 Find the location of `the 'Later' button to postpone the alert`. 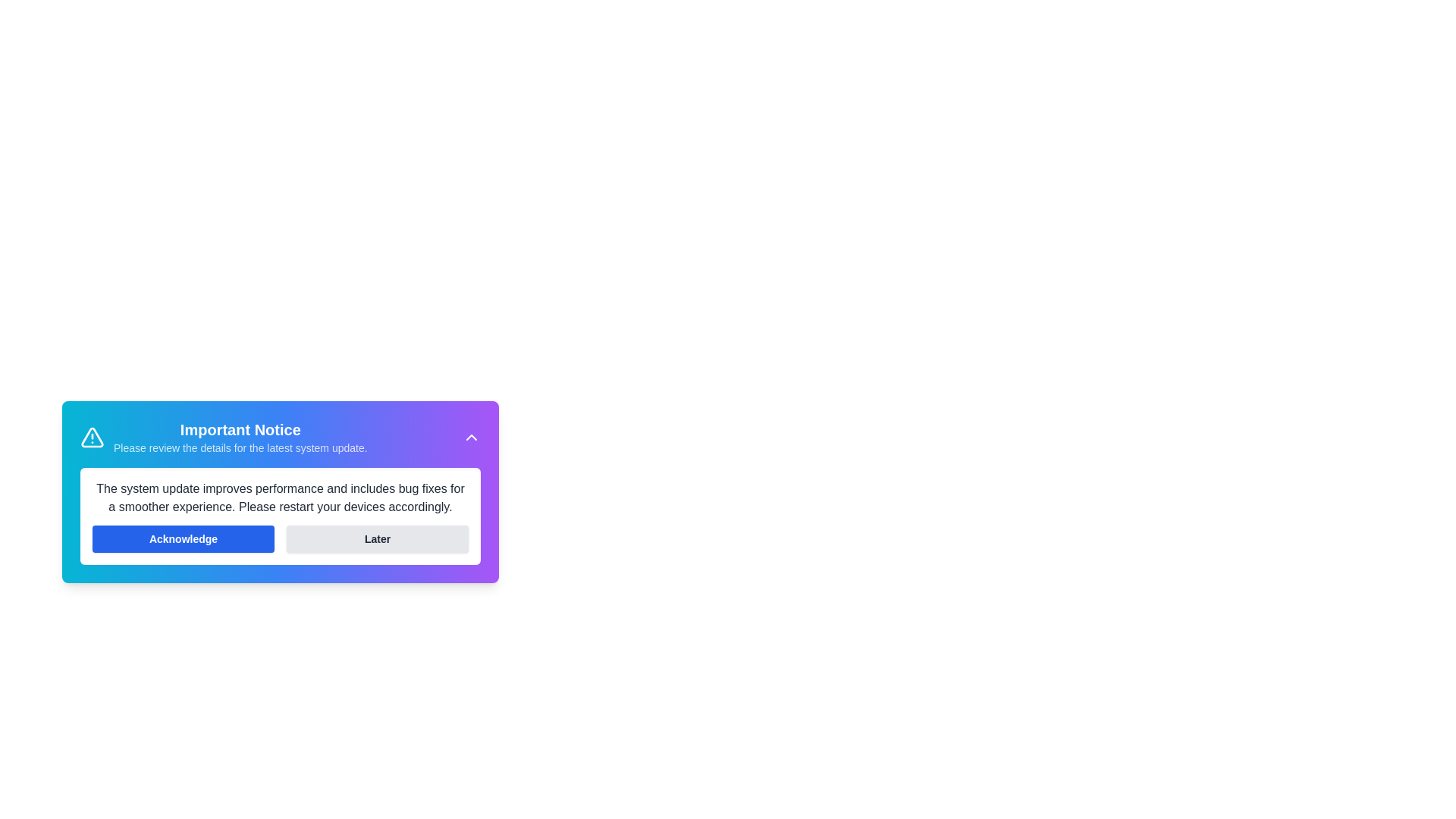

the 'Later' button to postpone the alert is located at coordinates (378, 538).